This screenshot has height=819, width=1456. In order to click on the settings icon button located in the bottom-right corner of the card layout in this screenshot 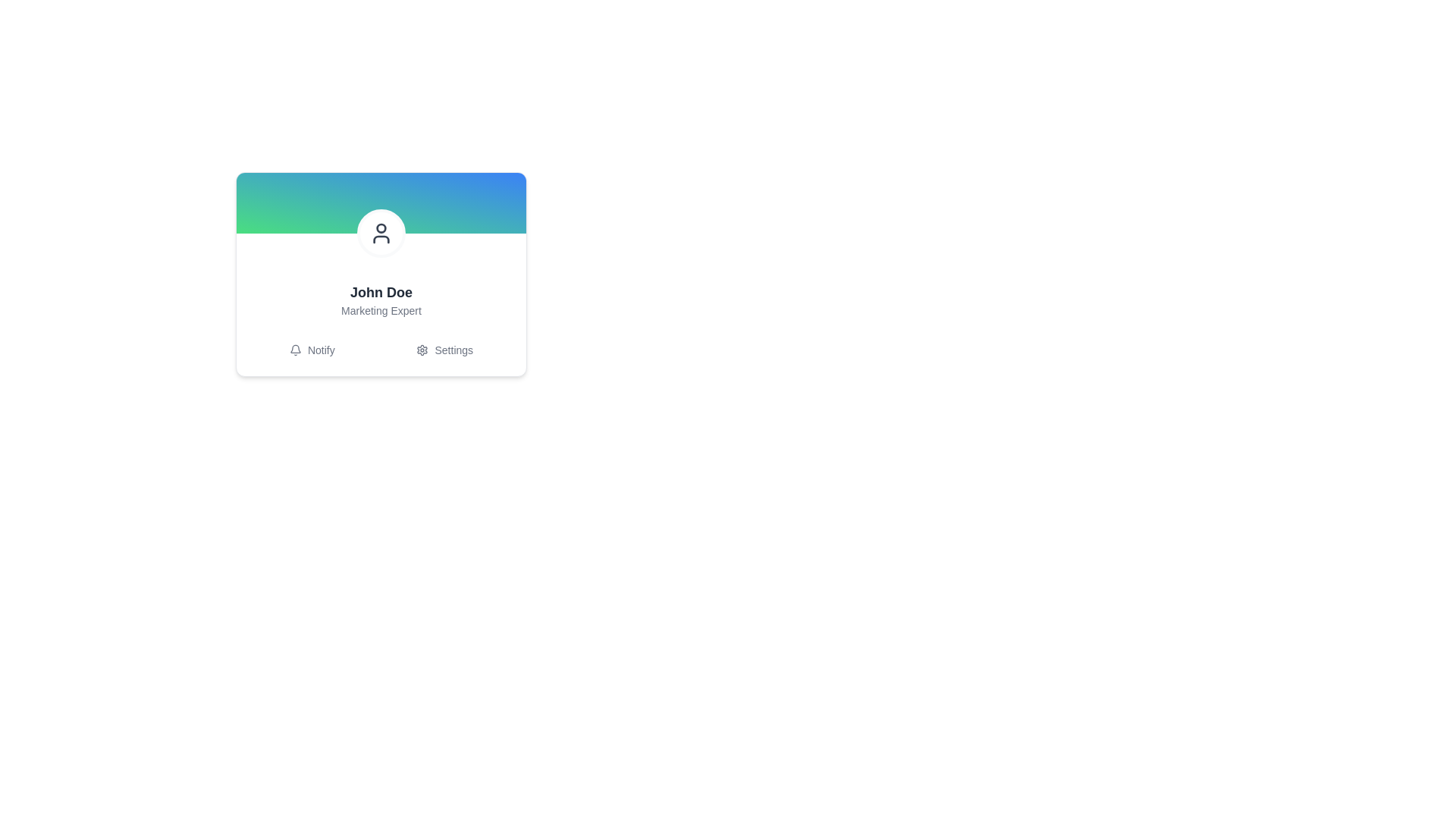, I will do `click(422, 350)`.